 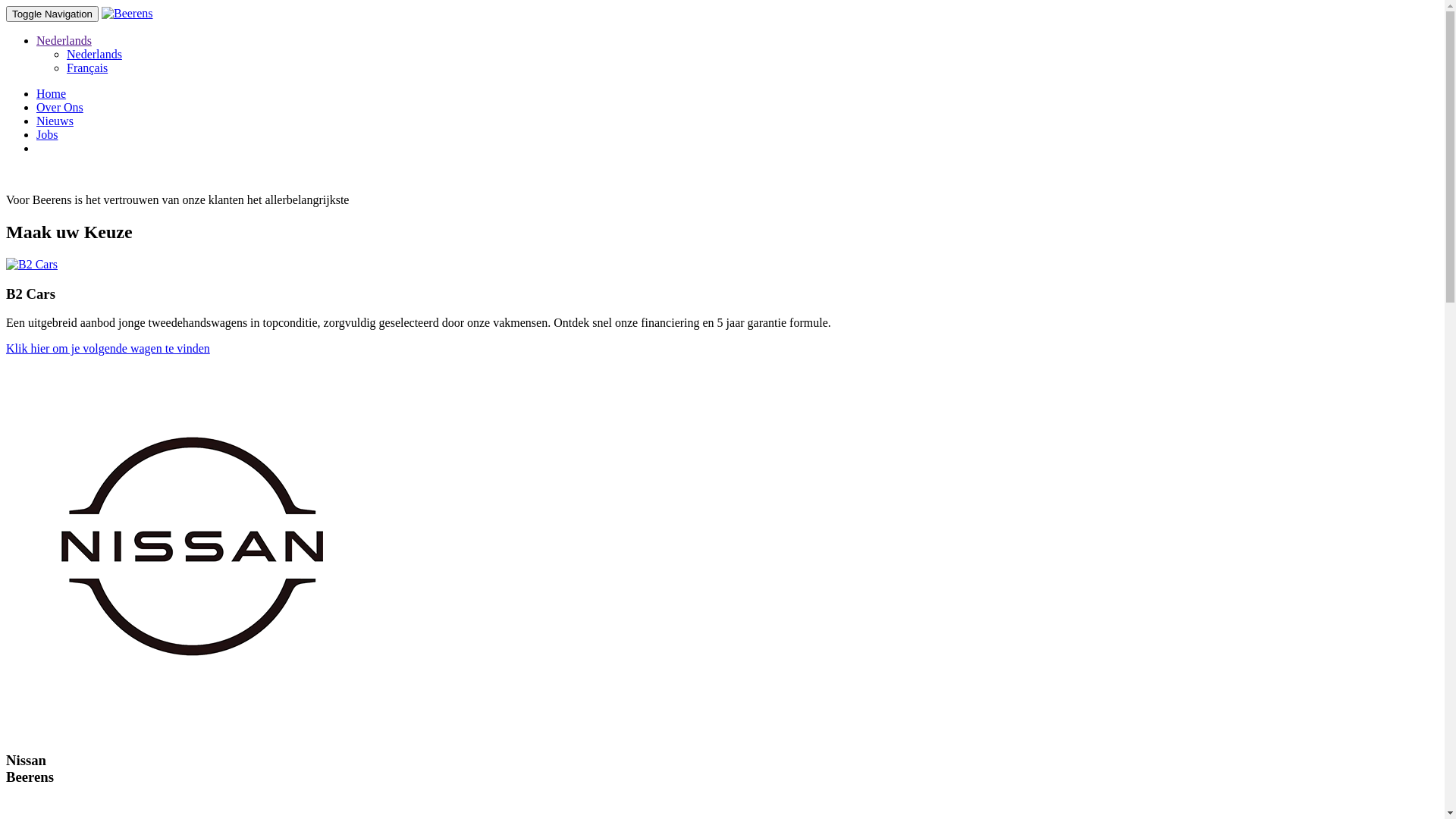 I want to click on 'Klik hier om je volgende wagen te vinden', so click(x=107, y=348).